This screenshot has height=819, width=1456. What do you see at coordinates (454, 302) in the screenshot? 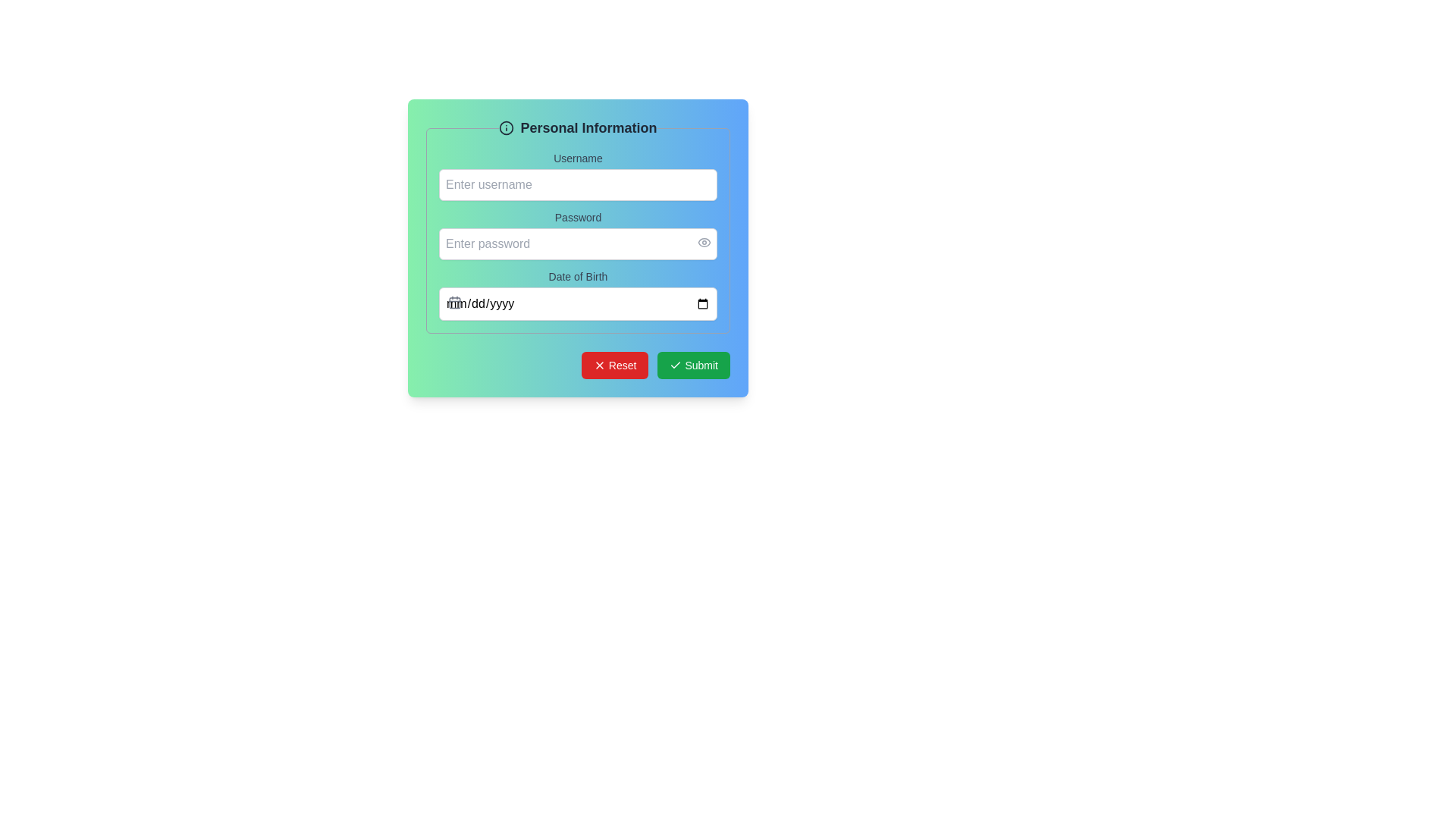
I see `the calendar icon, which is a small vector graphic with a grid-like structure, styled with rounded edges and positioned to the left of the 'Date of Birth' text input field` at bounding box center [454, 302].